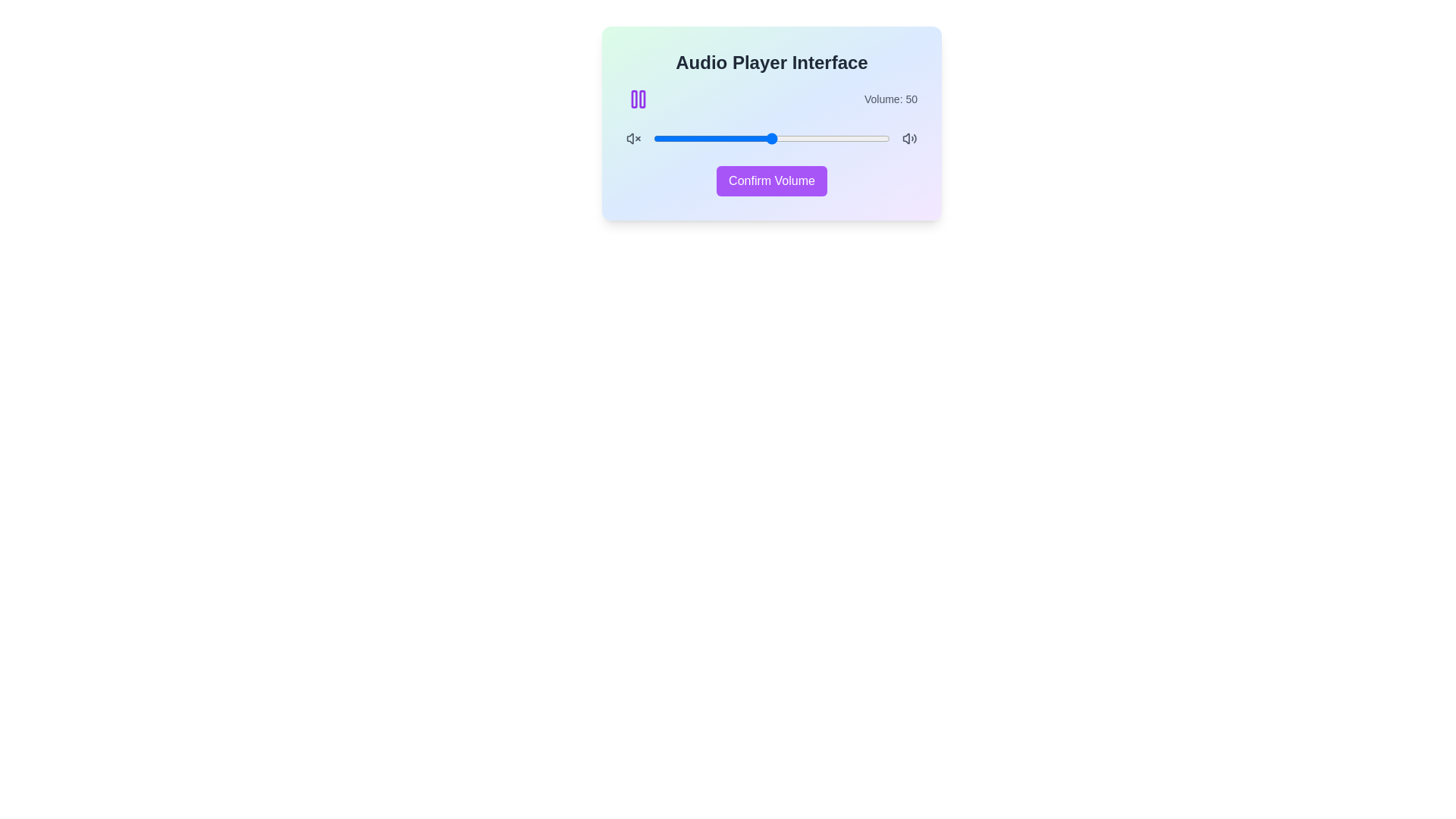 The image size is (1456, 819). Describe the element at coordinates (630, 138) in the screenshot. I see `the muted audio state vector graphic icon located in the audio control interface, which is part of the 'Volume X' icon representation` at that location.